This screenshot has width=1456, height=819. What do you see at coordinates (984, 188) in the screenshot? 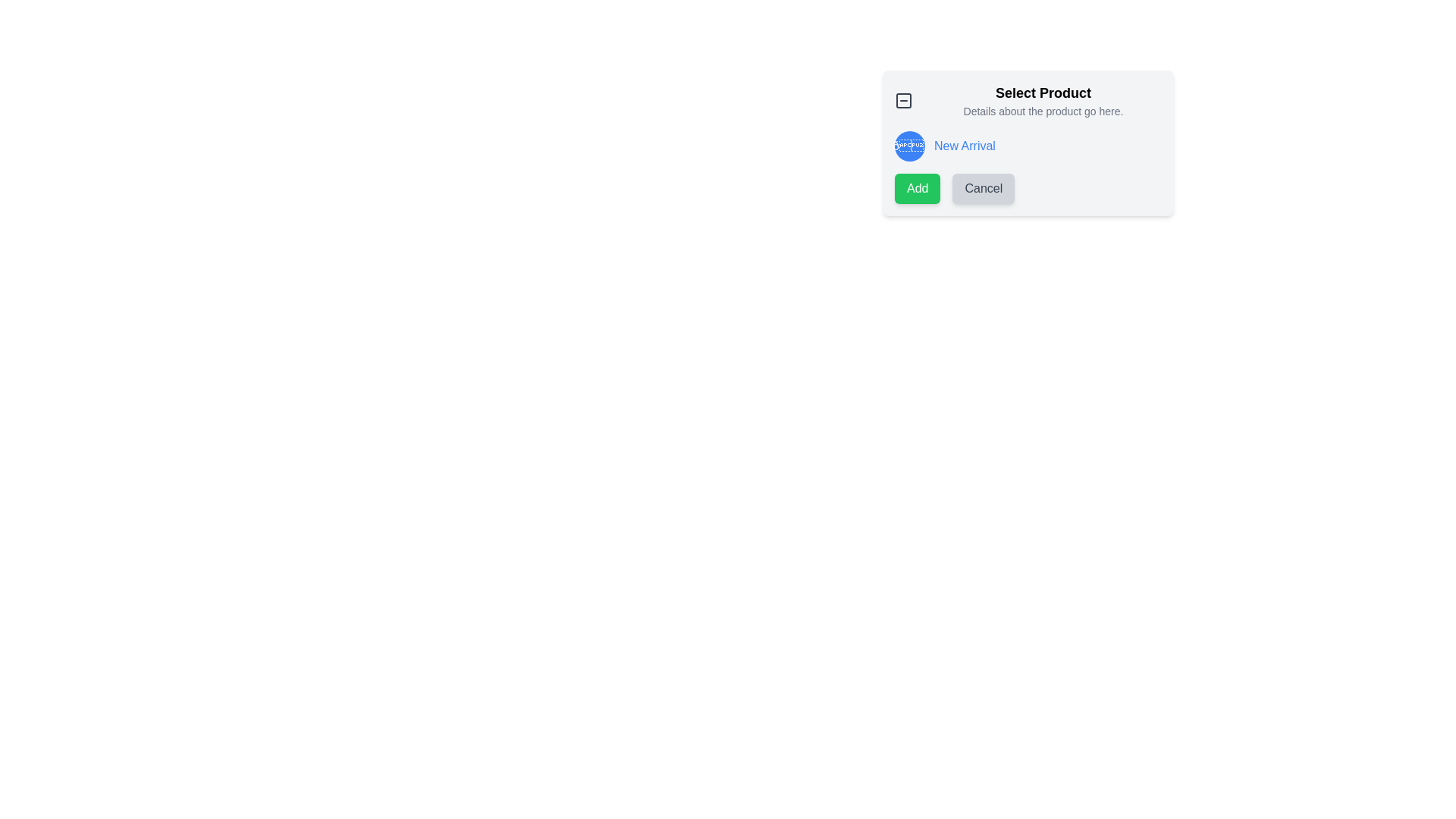
I see `the 'Cancel' button, which is a rectangular button with a light gray background and rounded corners, located to the right of the green 'Add' button` at bounding box center [984, 188].